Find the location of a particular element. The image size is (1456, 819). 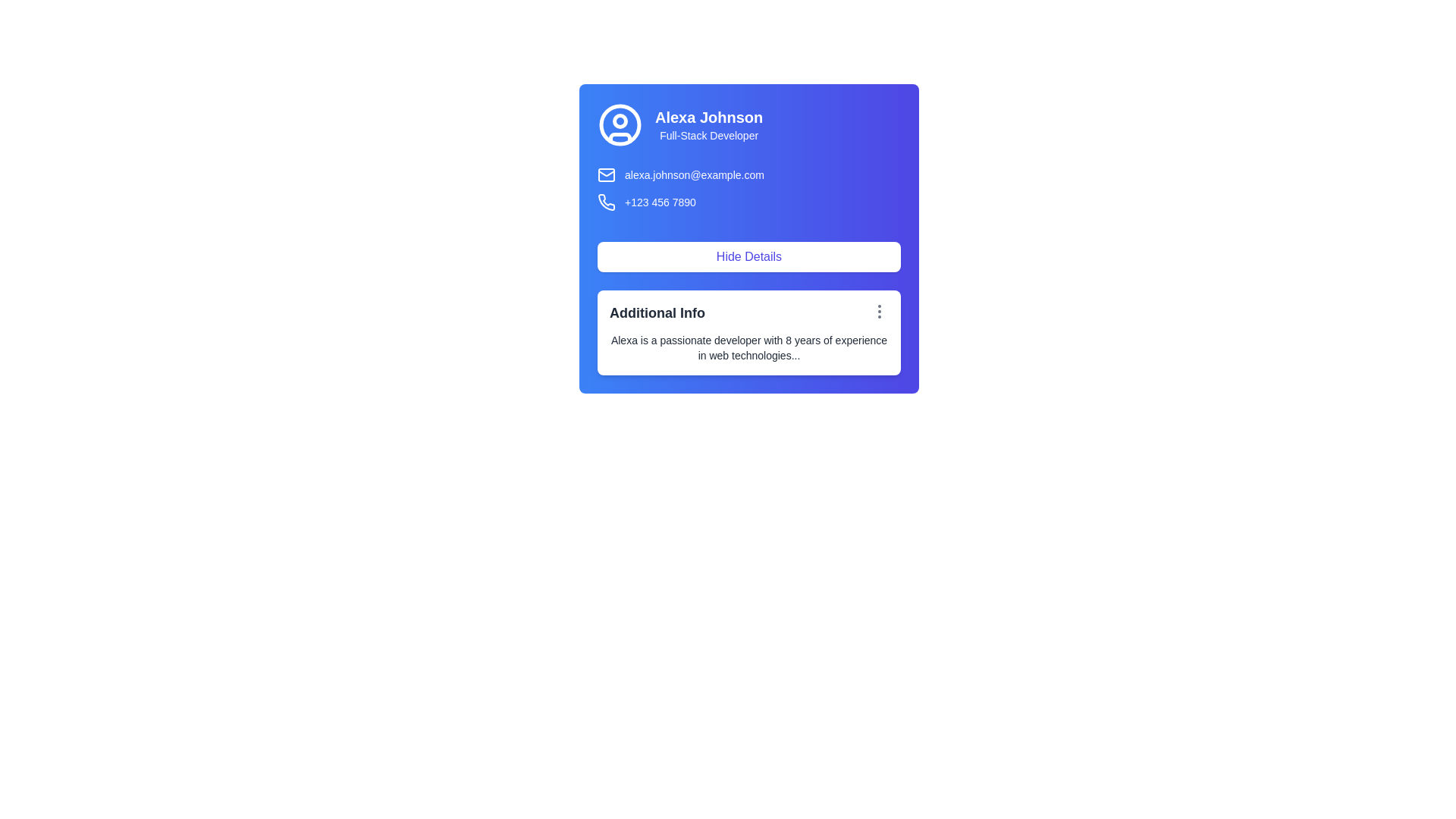

the small circular shape located within the larger circular icon at the top-left section of the card interface, which is styled in a minimalistic design and positioned to the left of the name 'Alexa Johnson' is located at coordinates (620, 120).